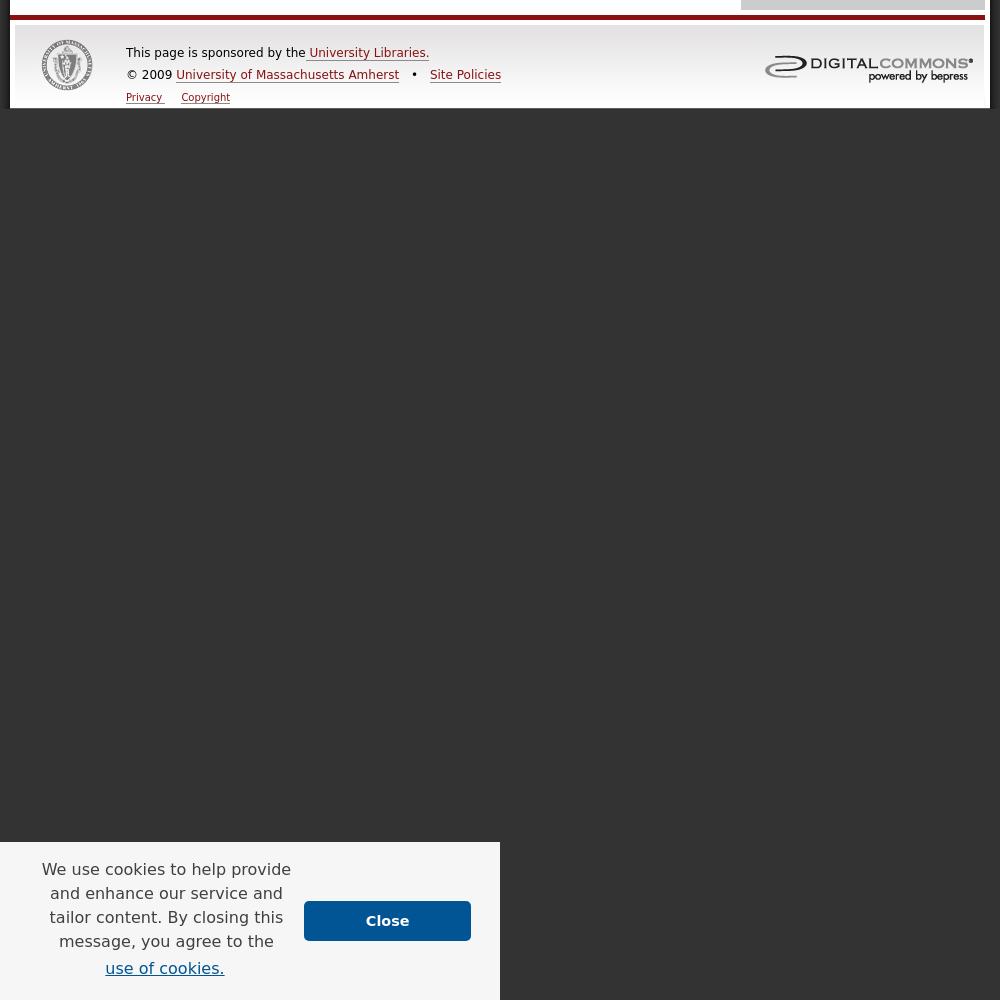  I want to click on 'Copyright', so click(204, 96).